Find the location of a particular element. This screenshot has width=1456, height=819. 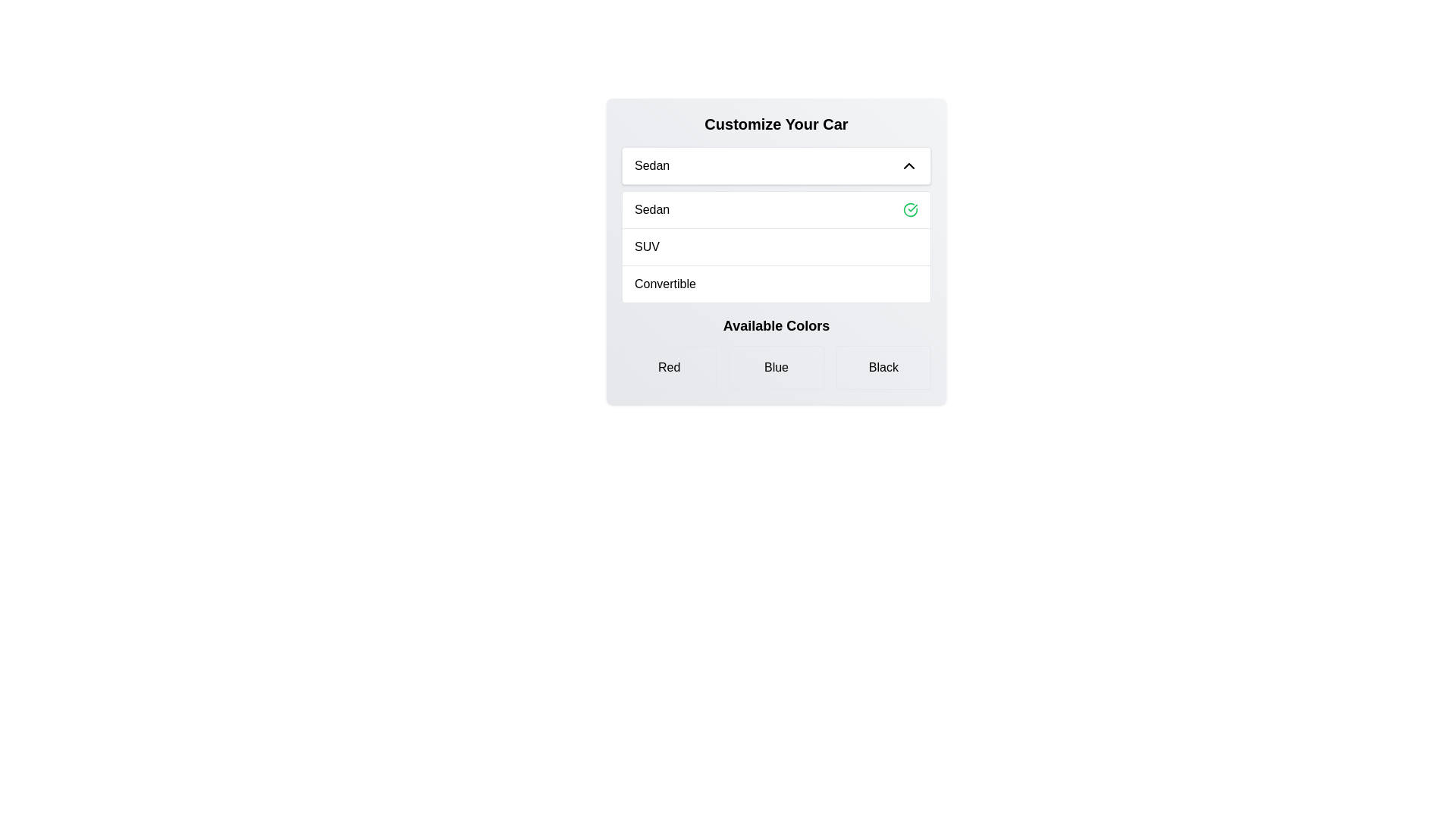

the text label 'Sedan' in the dropdown menu is located at coordinates (652, 210).